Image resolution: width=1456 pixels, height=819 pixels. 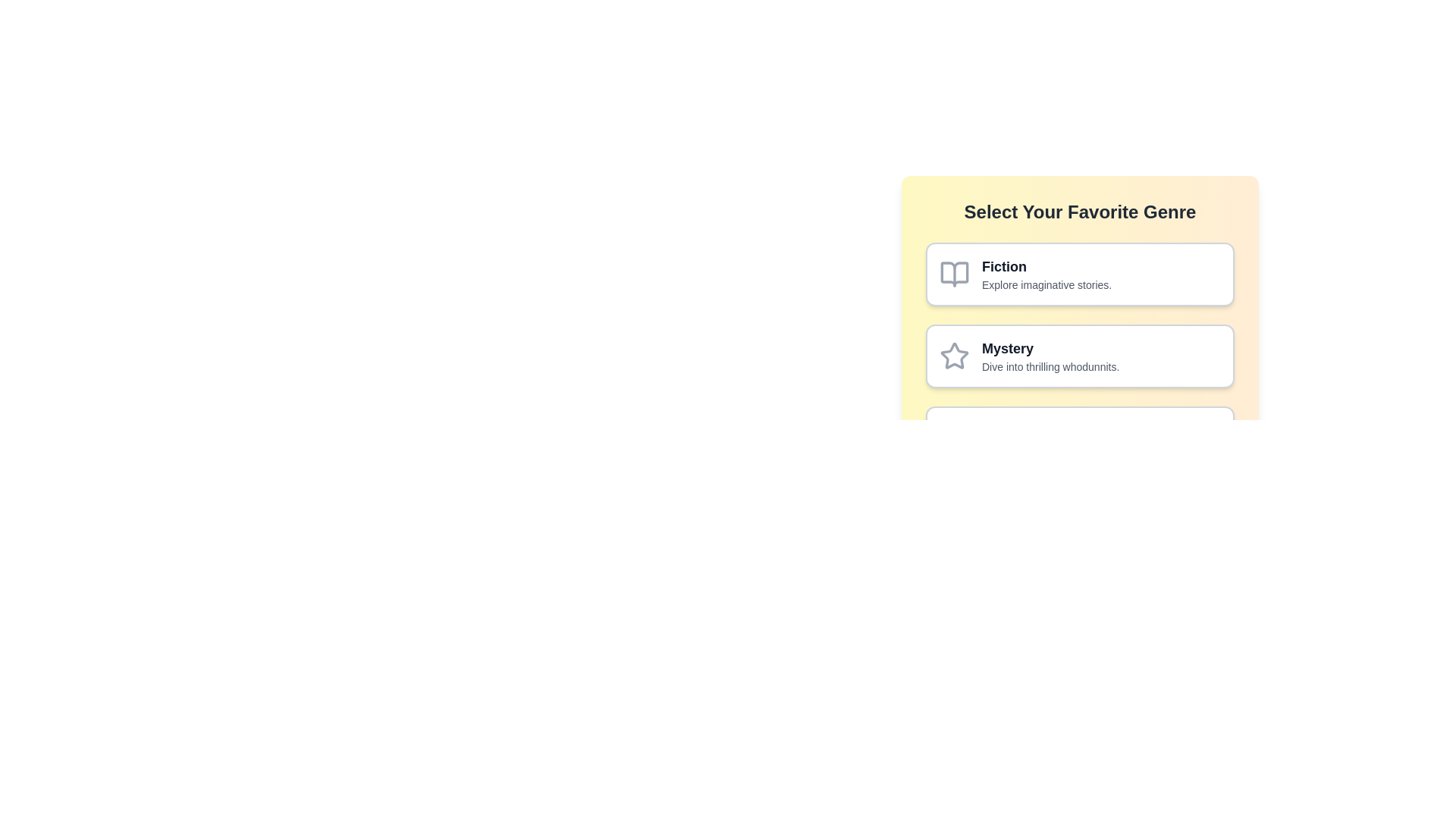 What do you see at coordinates (953, 275) in the screenshot?
I see `the open book icon located to the left of the 'Fiction' label in the vertical list of options` at bounding box center [953, 275].